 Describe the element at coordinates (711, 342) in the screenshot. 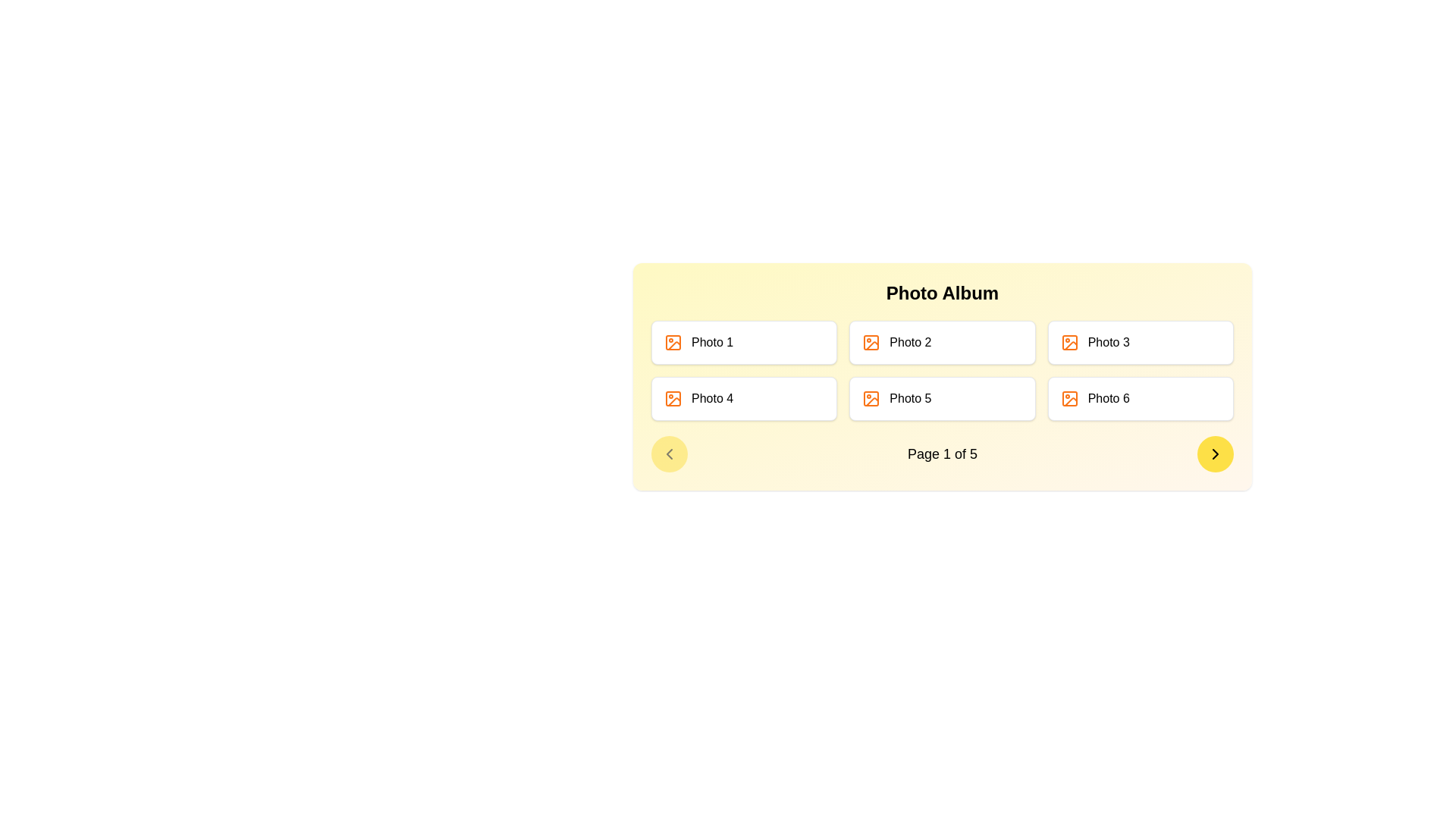

I see `the text label that identifies the associated photo entry in the album, located in the first row's first column of a grid layout` at that location.